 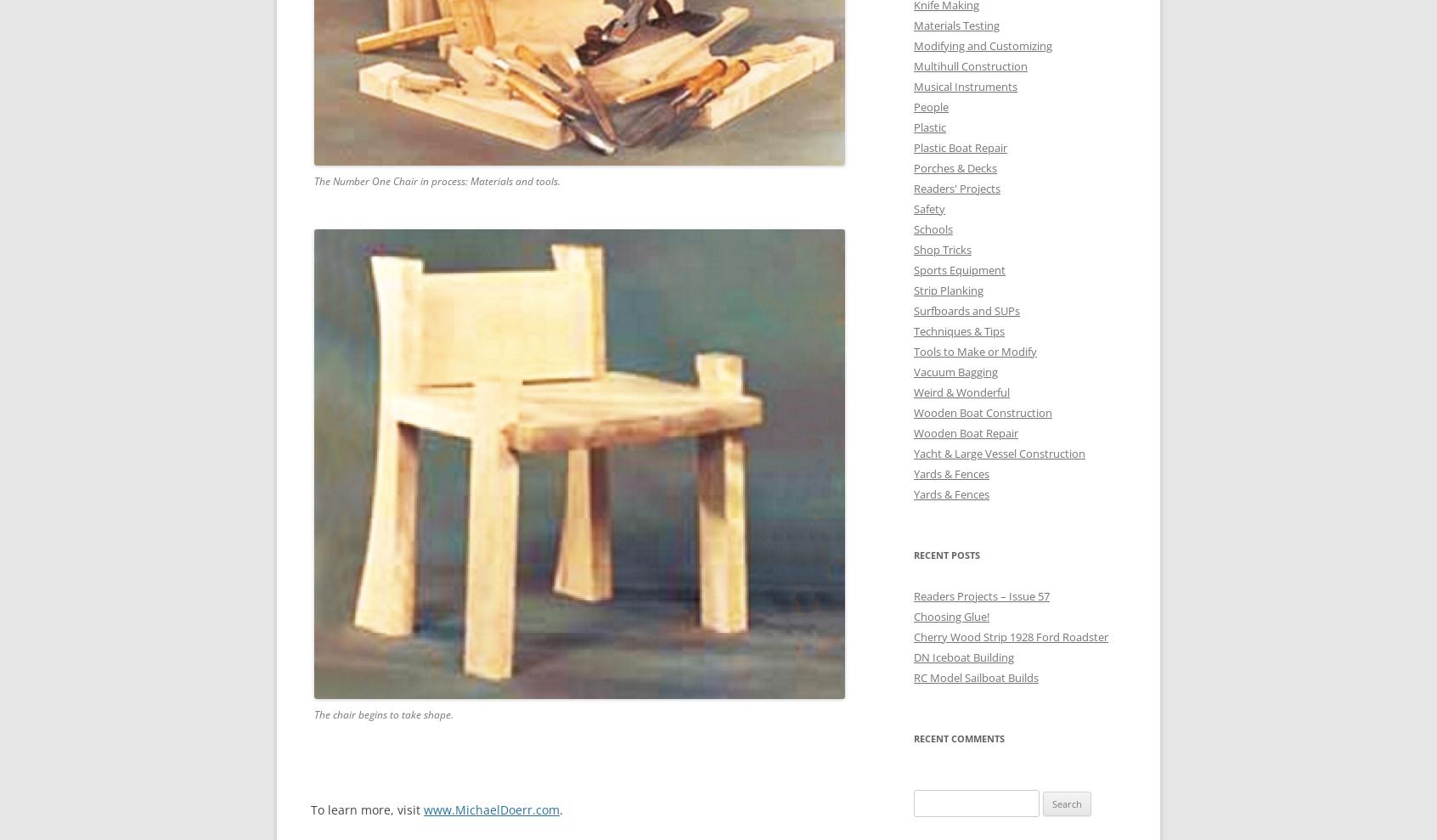 I want to click on 'Surfboards and SUPs', so click(x=966, y=309).